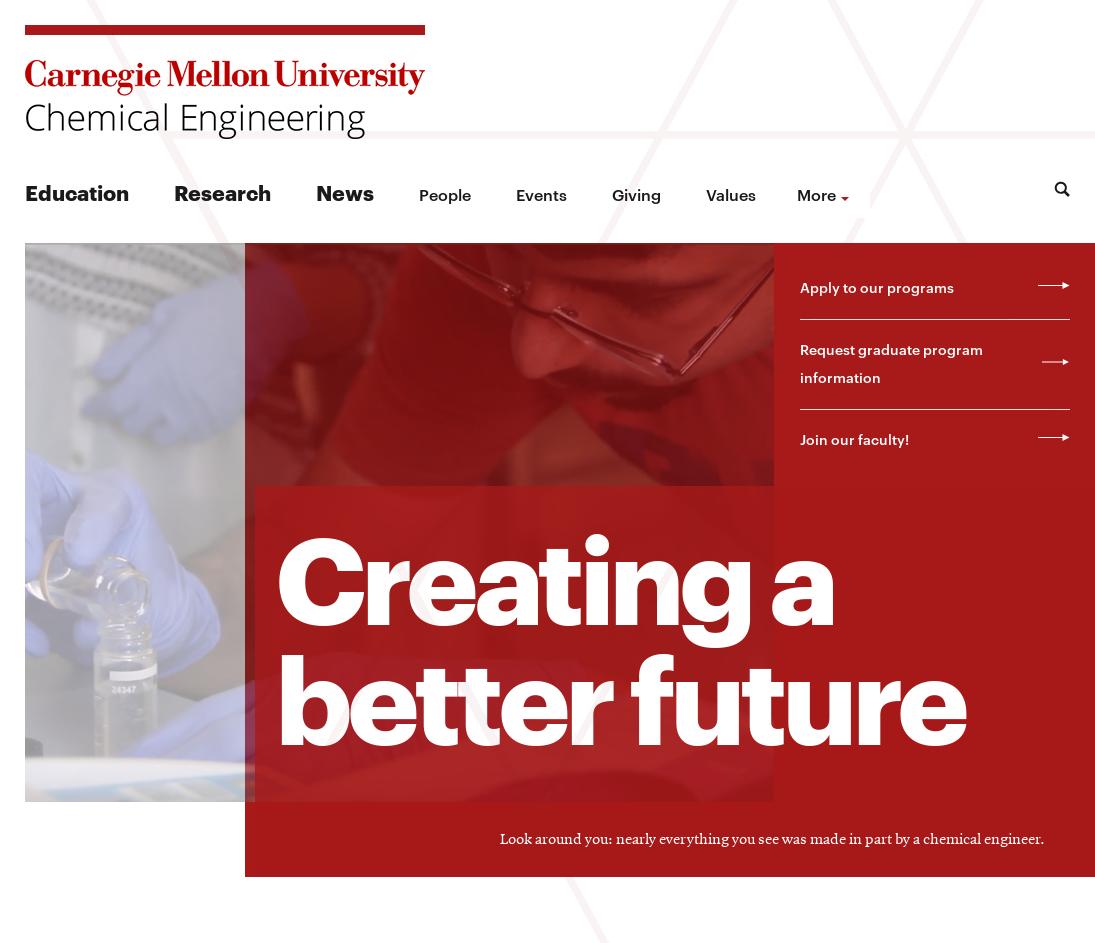 The height and width of the screenshot is (943, 1095). What do you see at coordinates (889, 362) in the screenshot?
I see `'Request graduate program information'` at bounding box center [889, 362].